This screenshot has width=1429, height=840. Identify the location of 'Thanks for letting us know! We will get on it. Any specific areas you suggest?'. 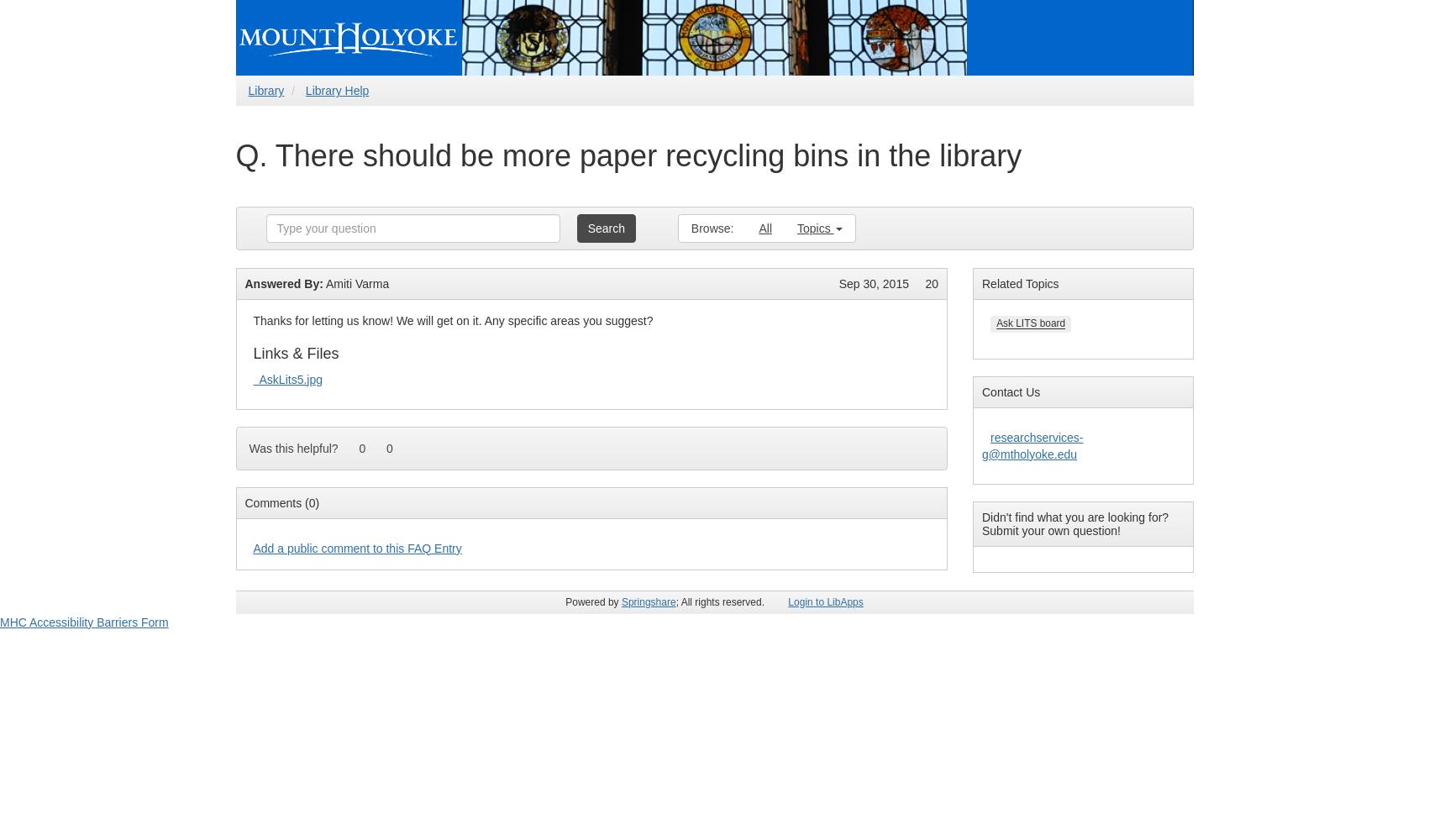
(453, 320).